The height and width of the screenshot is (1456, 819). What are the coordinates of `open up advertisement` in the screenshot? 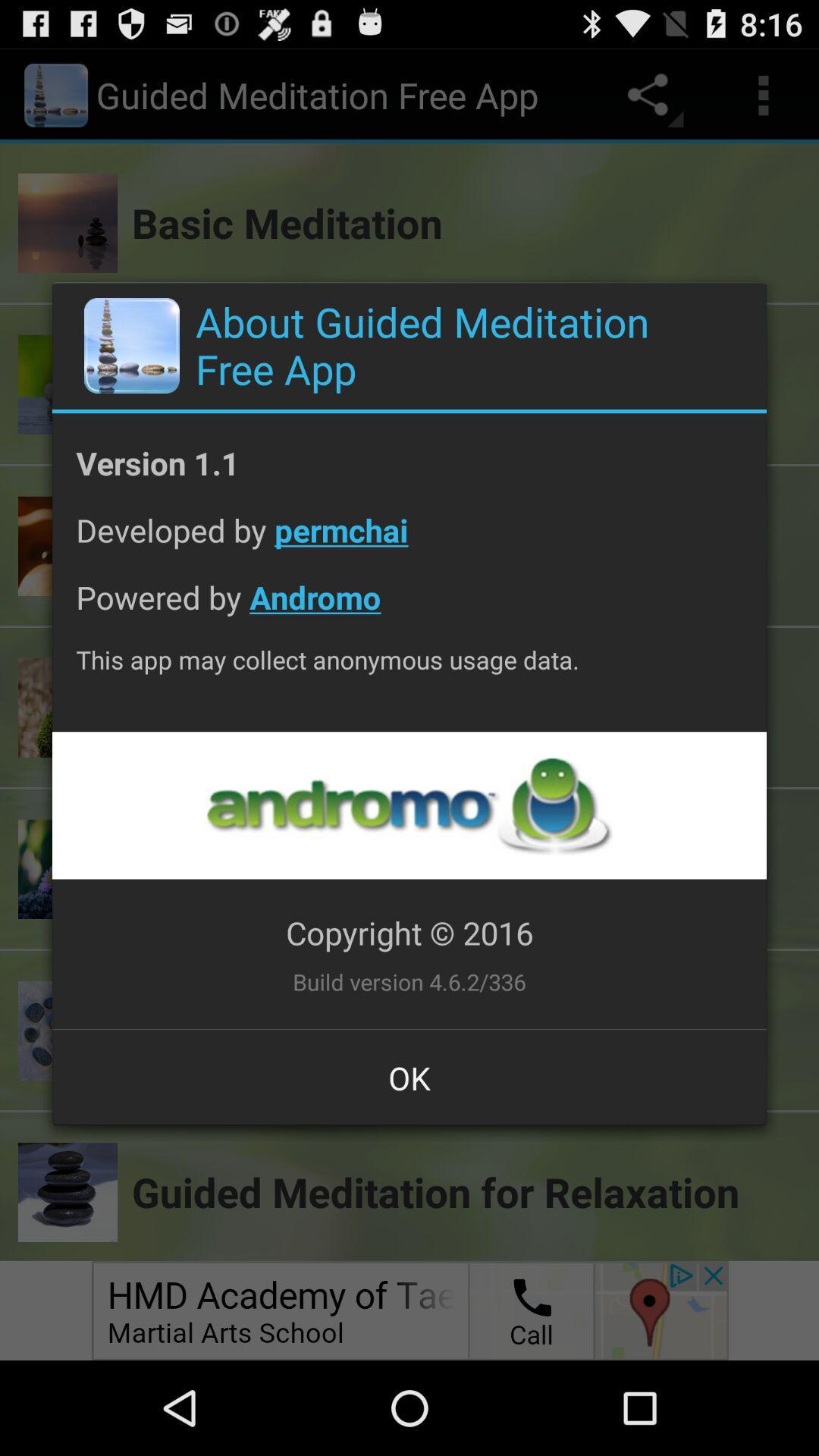 It's located at (408, 805).